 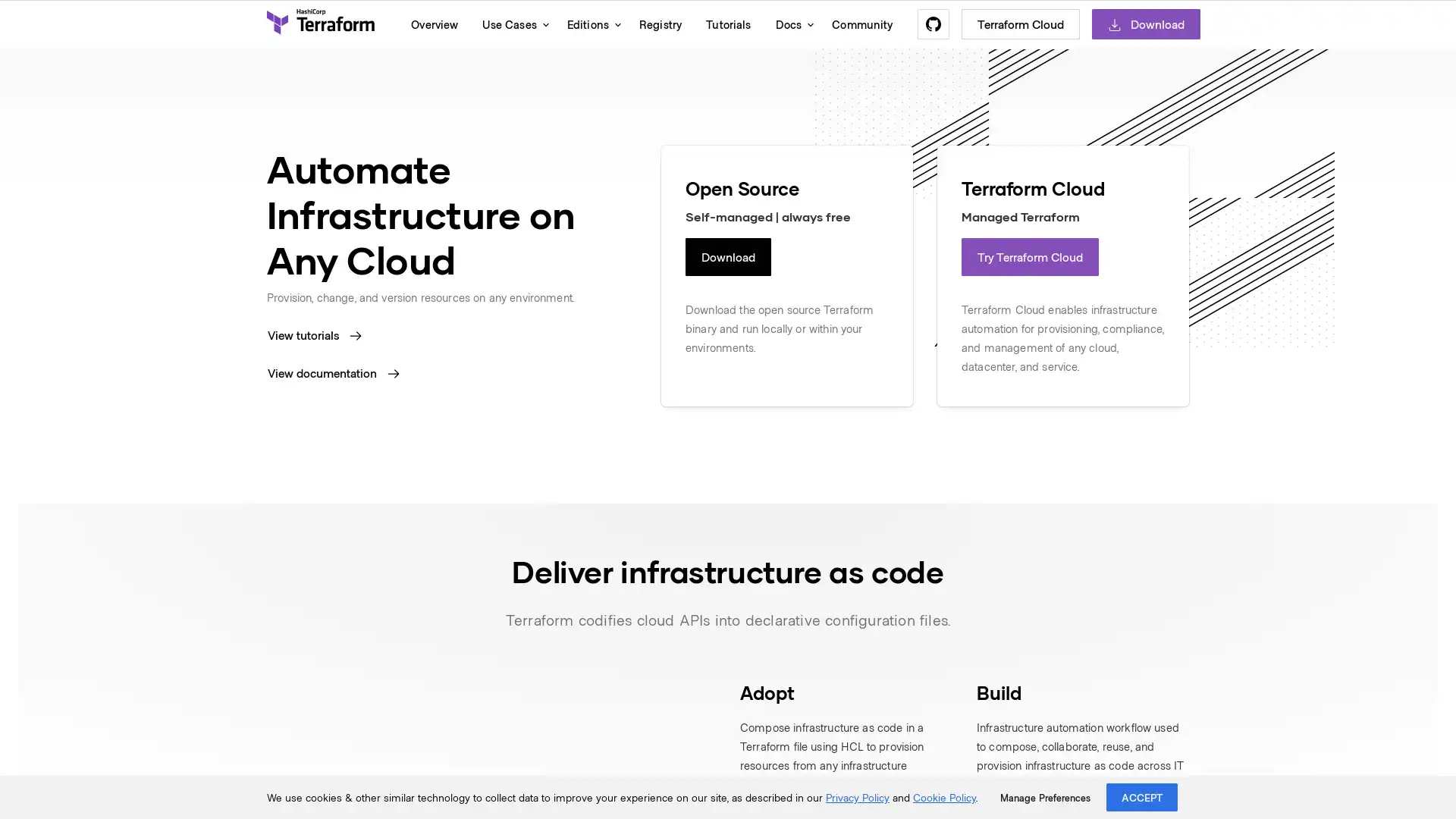 What do you see at coordinates (589, 24) in the screenshot?
I see `Editions` at bounding box center [589, 24].